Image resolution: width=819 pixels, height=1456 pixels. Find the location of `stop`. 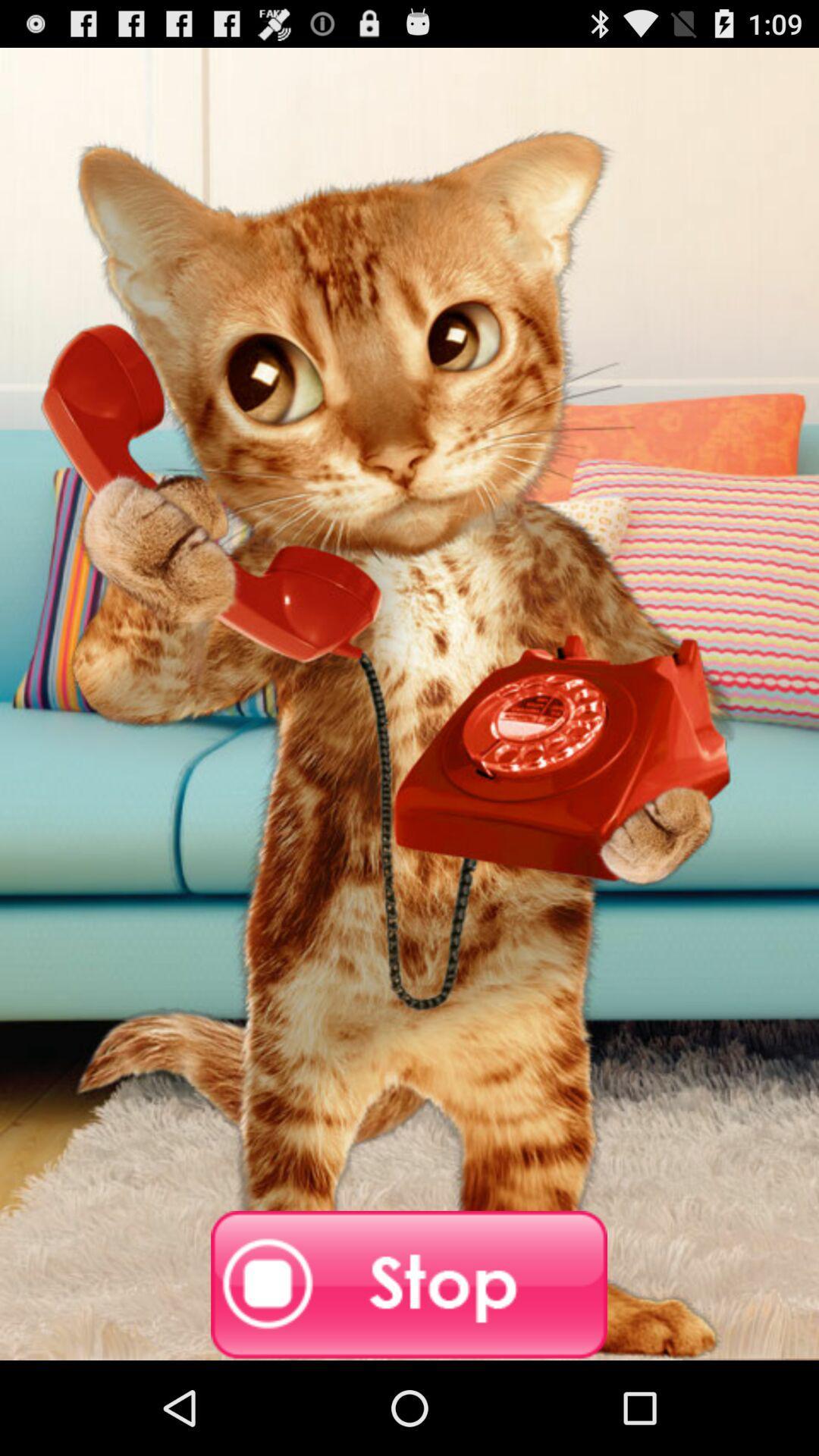

stop is located at coordinates (408, 1285).